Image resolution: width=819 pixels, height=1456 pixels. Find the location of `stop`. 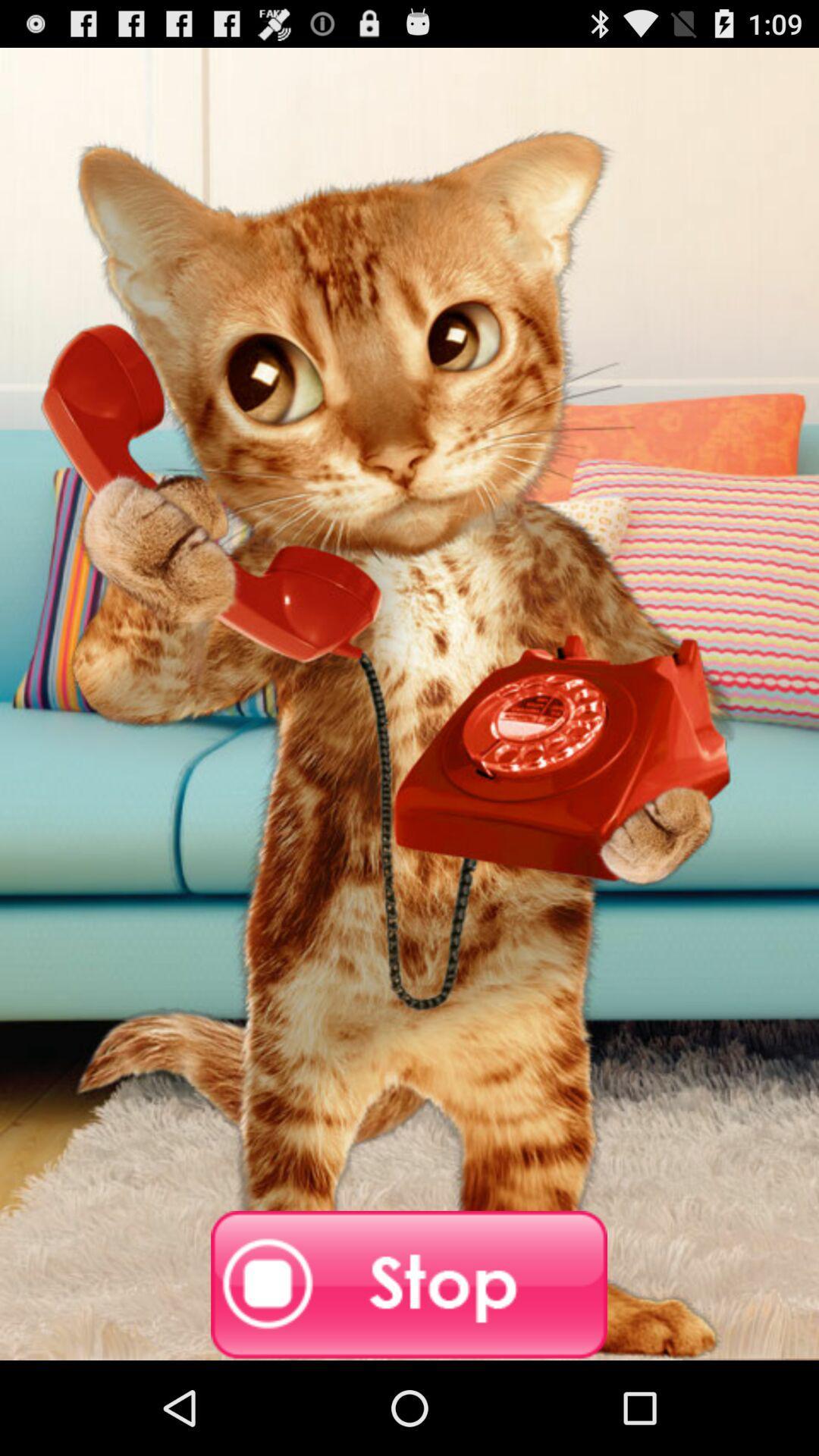

stop is located at coordinates (408, 1285).